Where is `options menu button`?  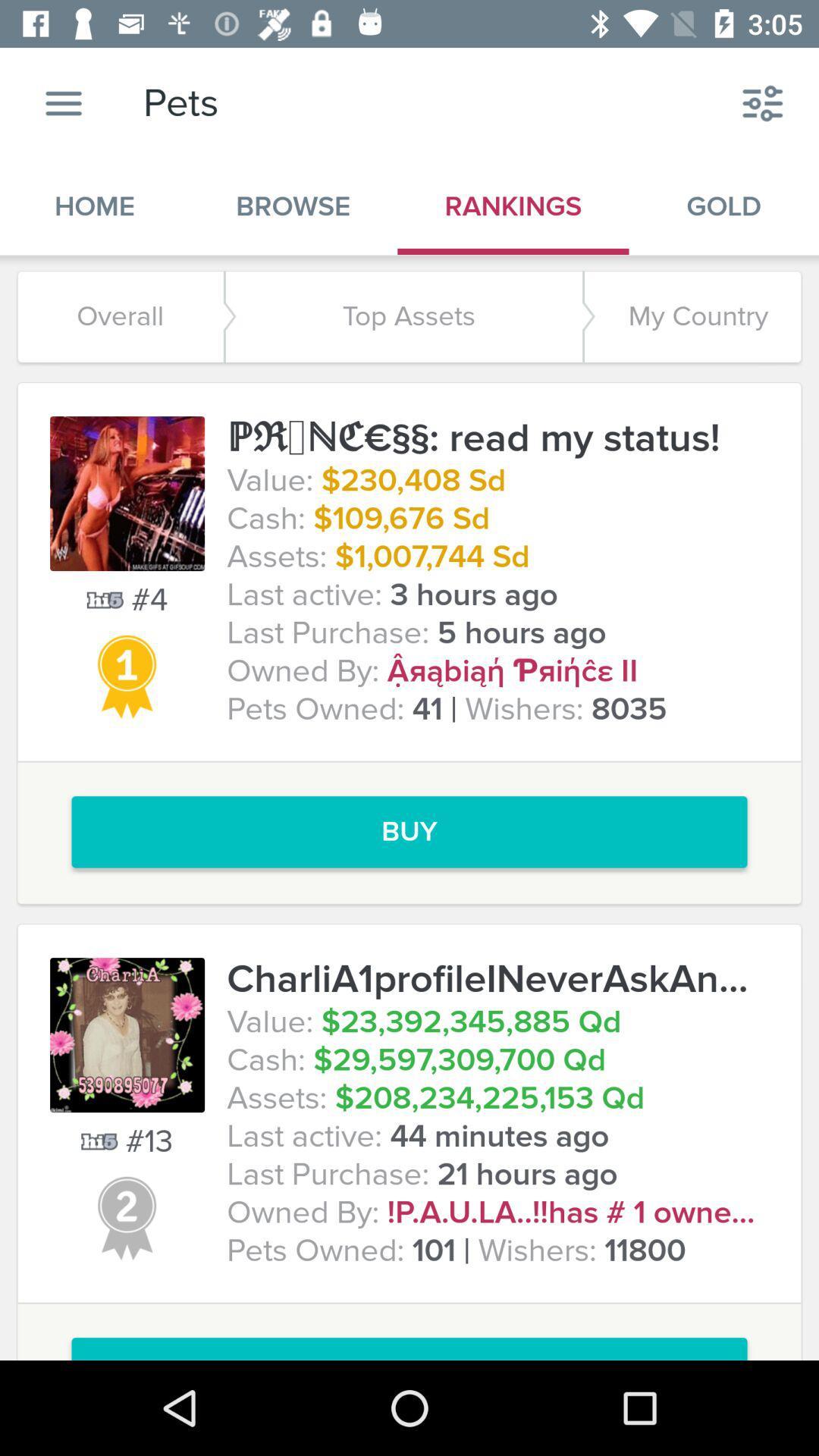 options menu button is located at coordinates (63, 102).